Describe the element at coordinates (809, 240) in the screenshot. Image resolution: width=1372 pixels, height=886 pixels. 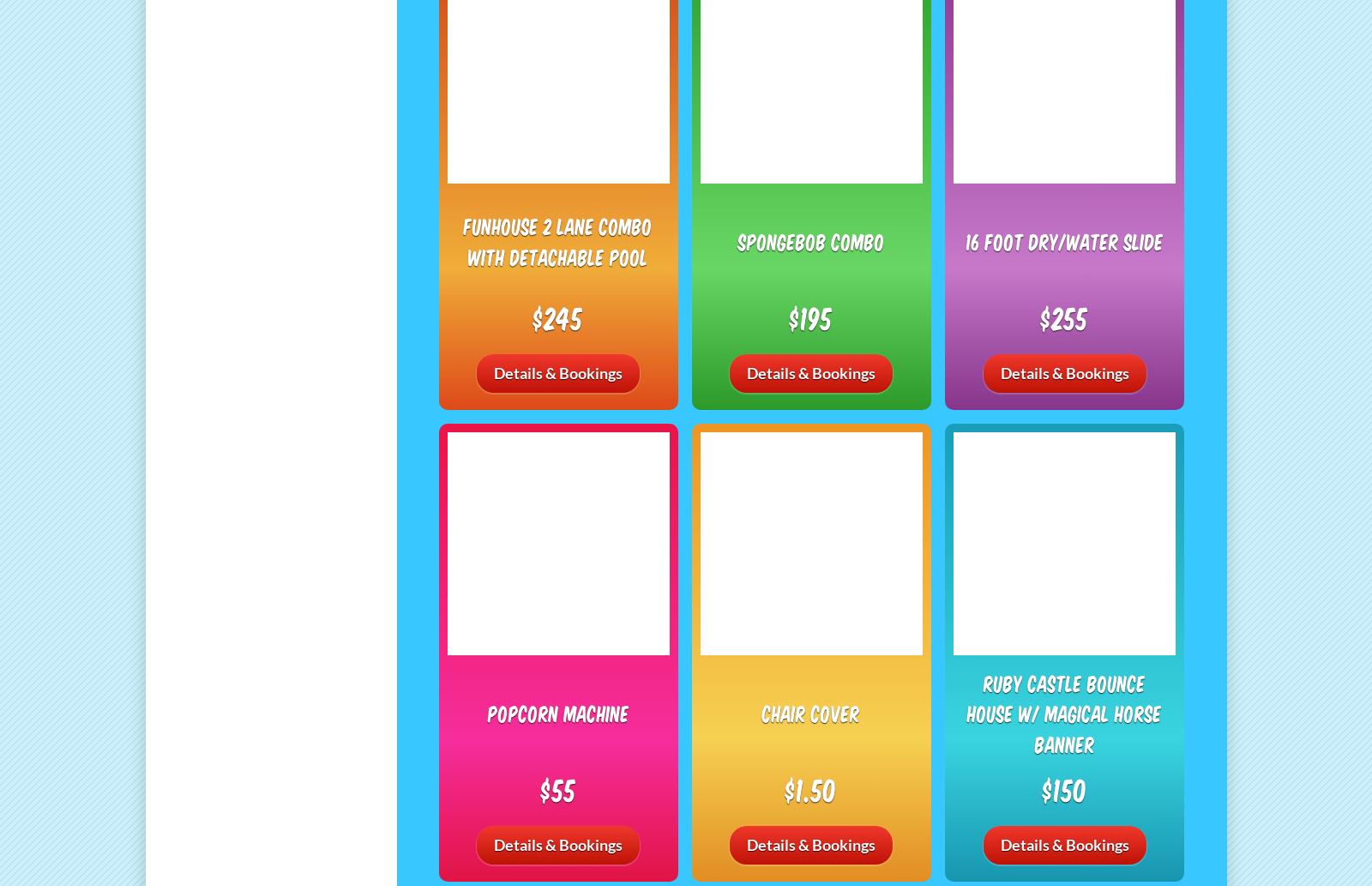
I see `'Spongebob Combo'` at that location.